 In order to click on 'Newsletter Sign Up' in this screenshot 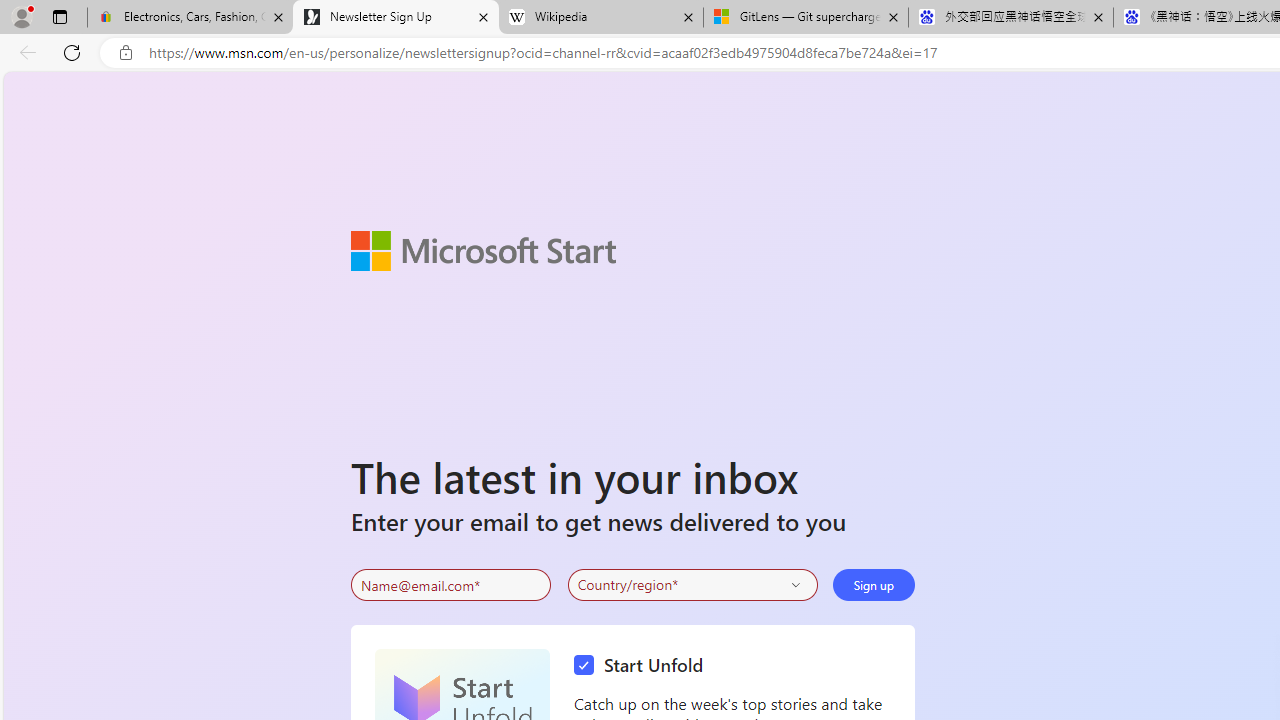, I will do `click(396, 17)`.